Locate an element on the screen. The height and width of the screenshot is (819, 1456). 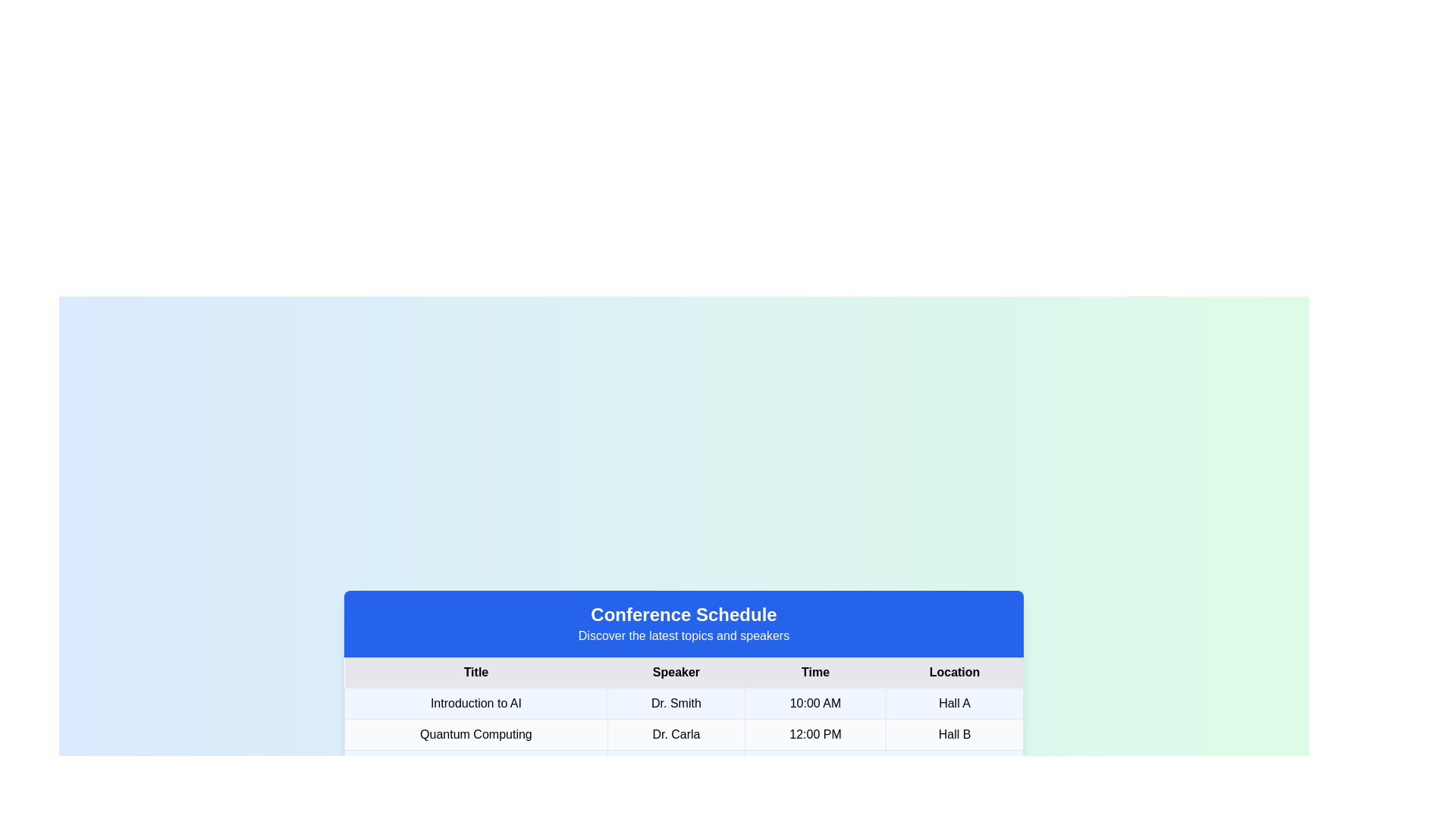
the text label displaying 'Dr. Carla' located in the second cell of the second row in the table for the 'Quantum Computing' session is located at coordinates (676, 733).